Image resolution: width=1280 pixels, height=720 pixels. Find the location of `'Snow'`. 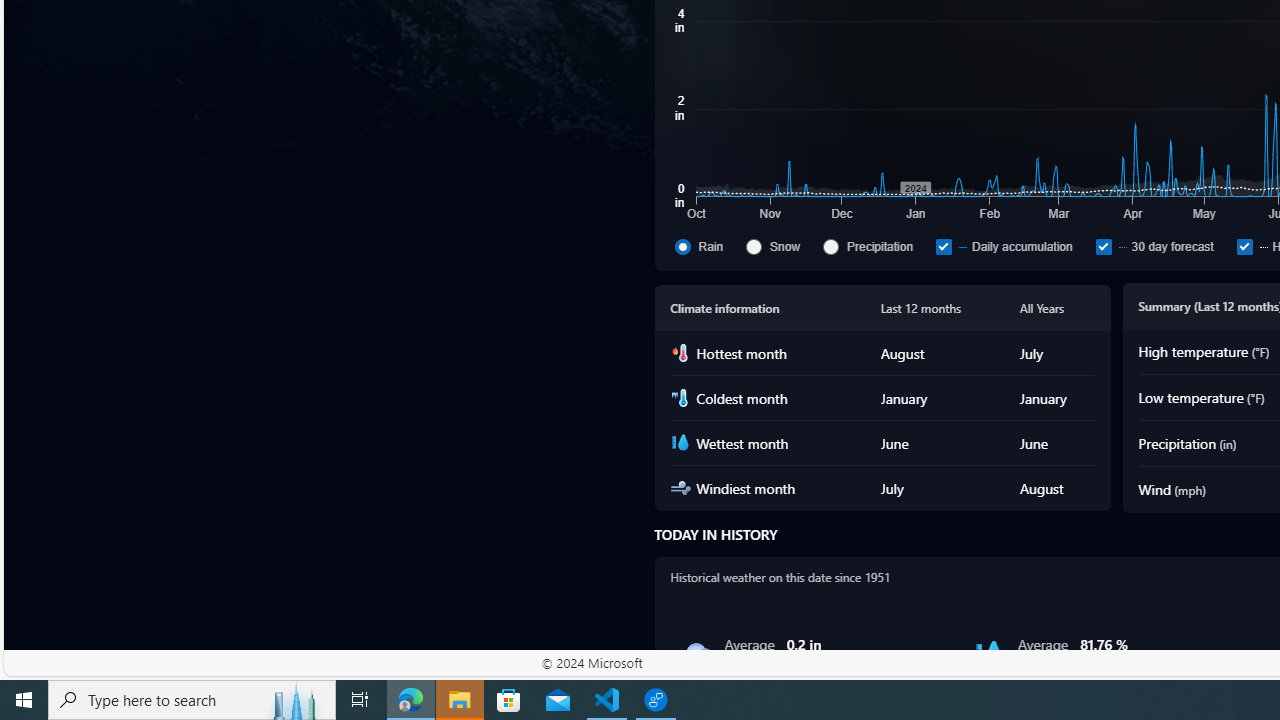

'Snow' is located at coordinates (753, 245).